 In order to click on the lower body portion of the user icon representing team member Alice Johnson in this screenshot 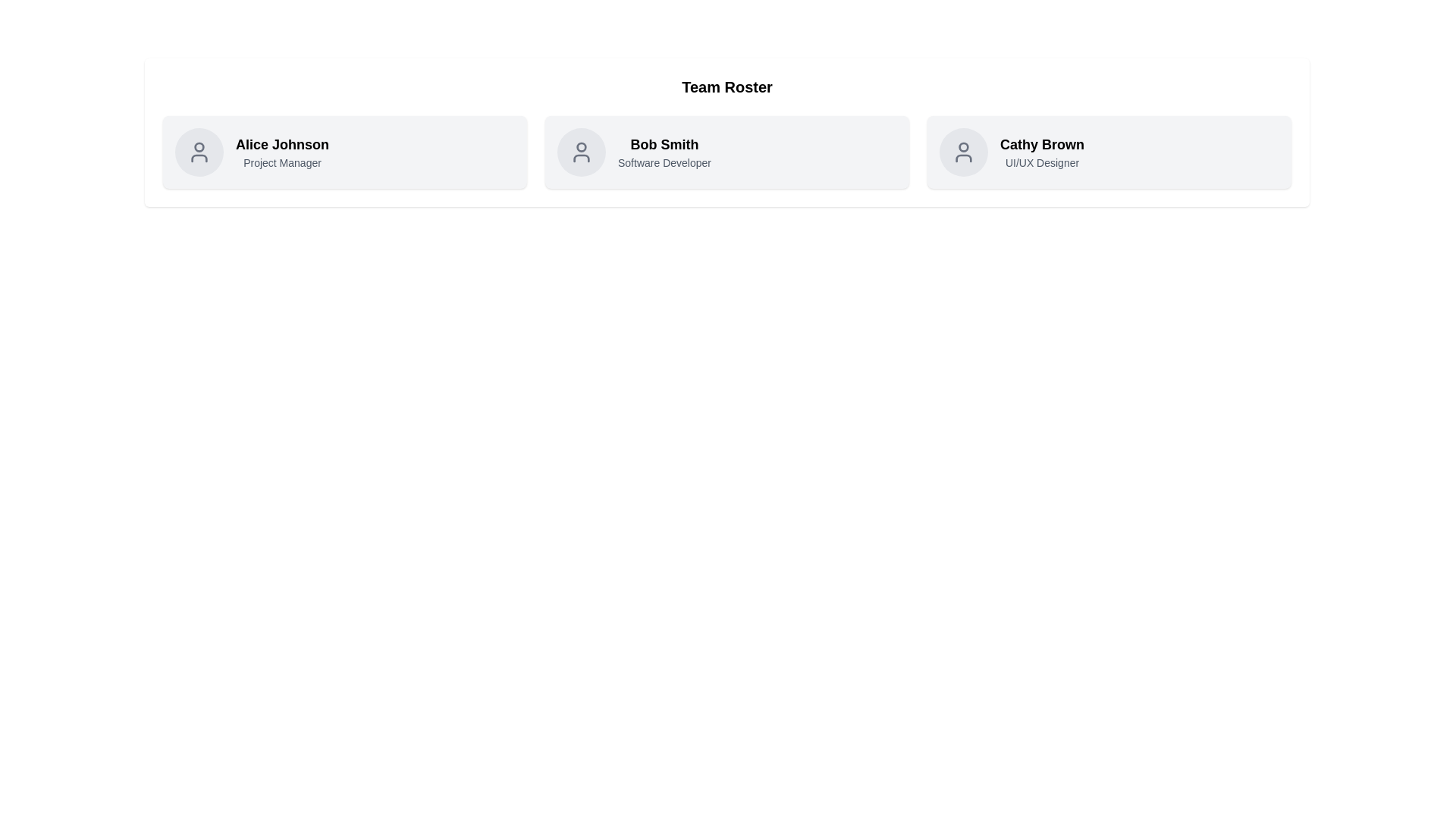, I will do `click(199, 158)`.